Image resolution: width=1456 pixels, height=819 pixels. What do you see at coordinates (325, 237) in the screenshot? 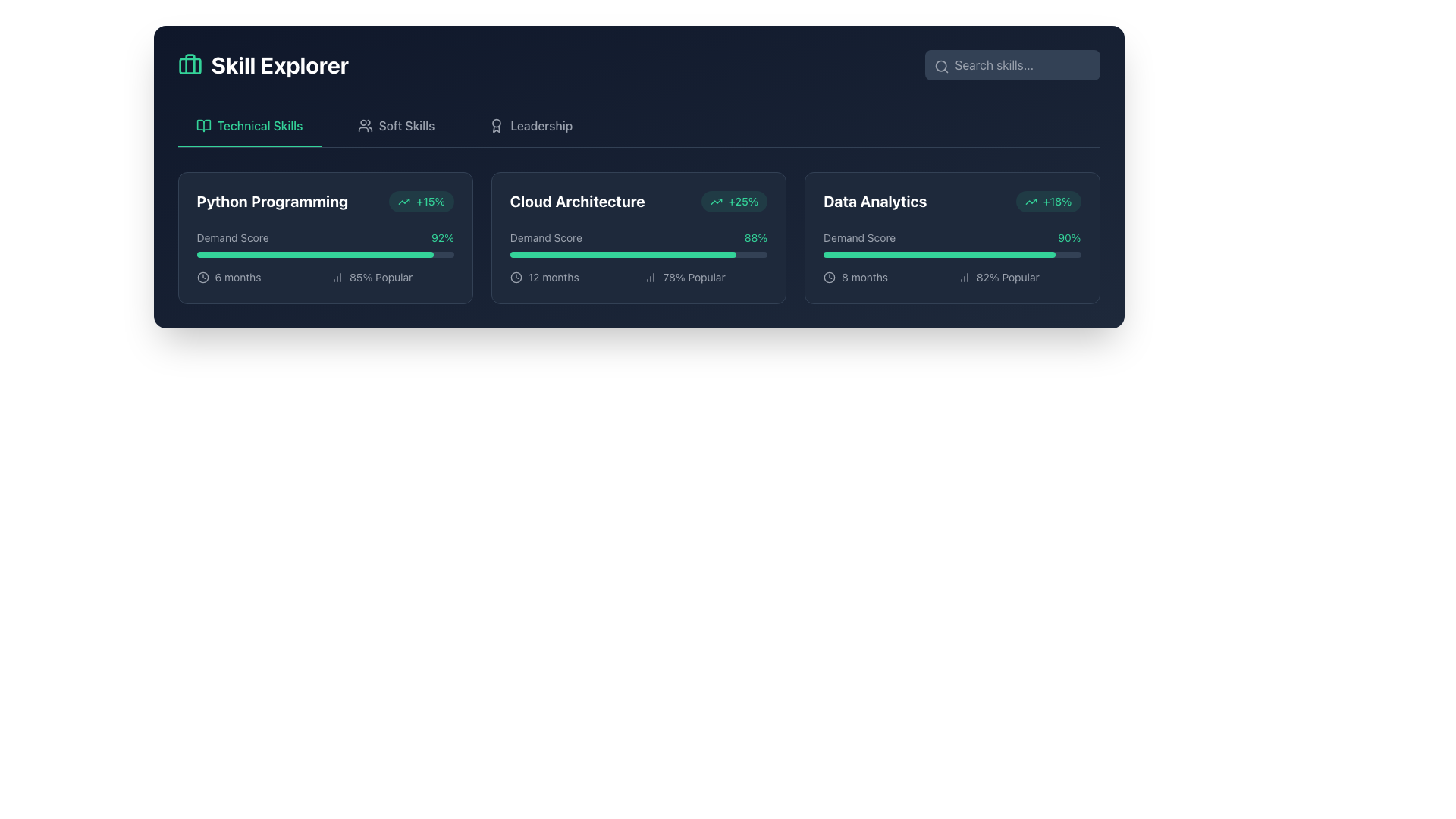
I see `the first card in the horizontal list under the 'Technical Skills' section` at bounding box center [325, 237].